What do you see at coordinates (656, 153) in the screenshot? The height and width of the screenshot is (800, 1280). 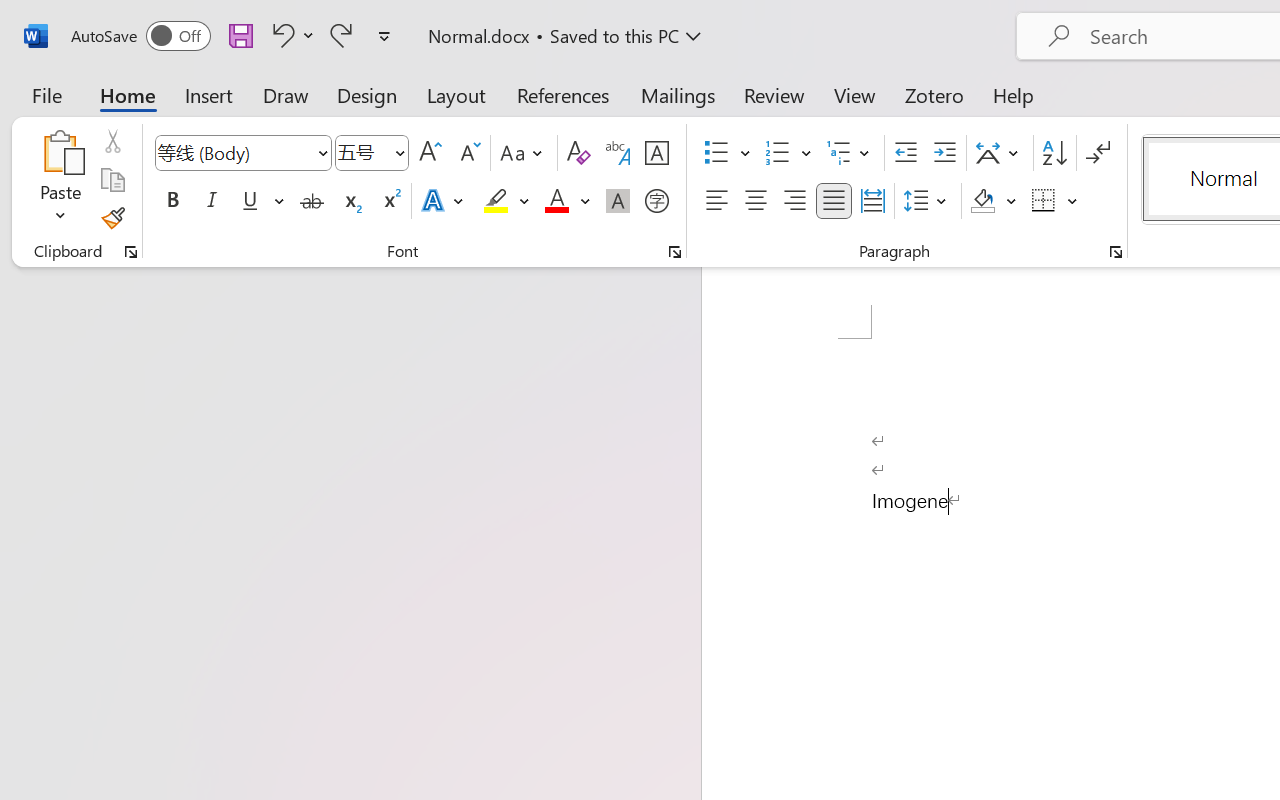 I see `'Character Border'` at bounding box center [656, 153].